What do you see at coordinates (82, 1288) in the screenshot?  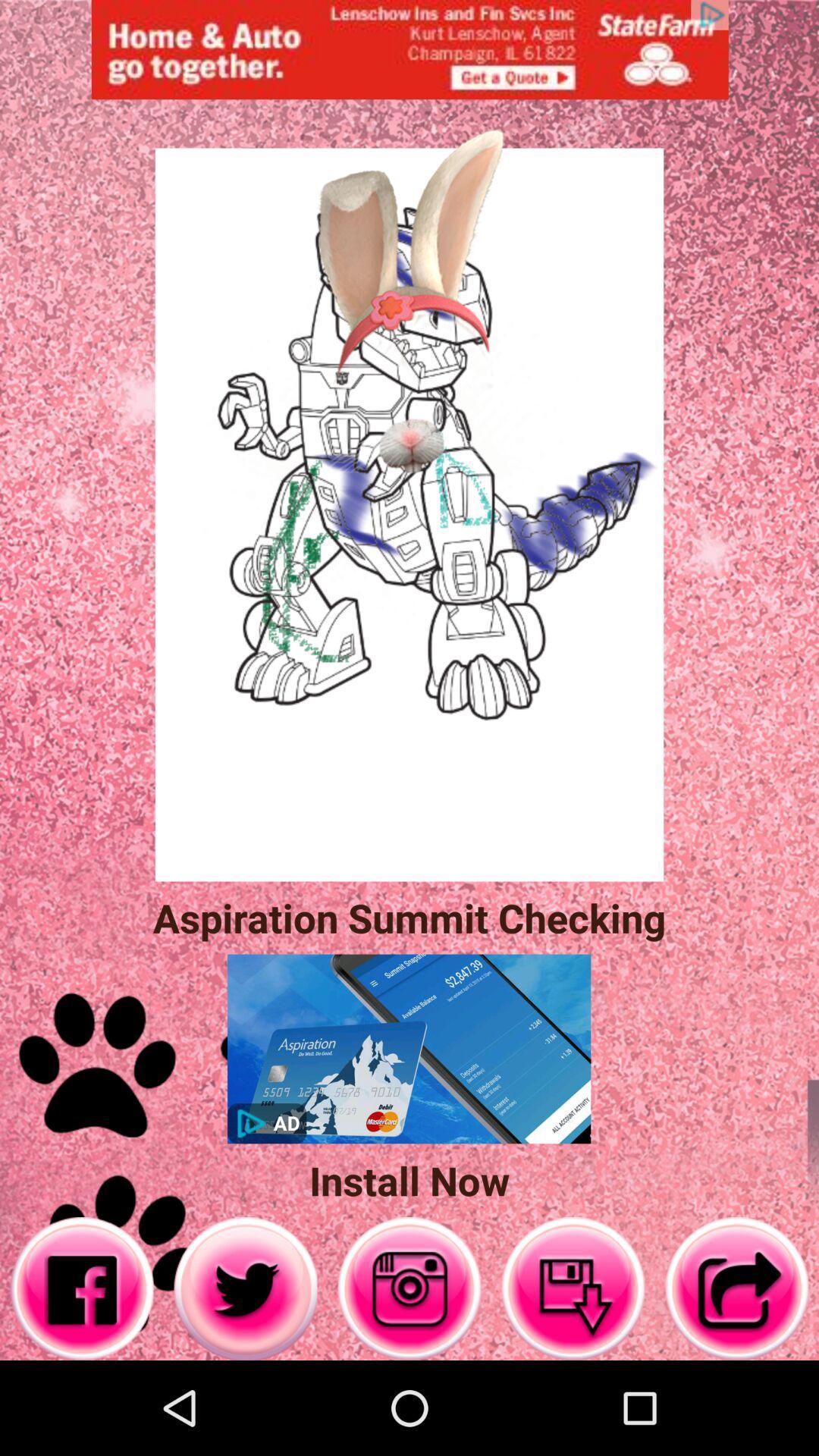 I see `open facebook` at bounding box center [82, 1288].